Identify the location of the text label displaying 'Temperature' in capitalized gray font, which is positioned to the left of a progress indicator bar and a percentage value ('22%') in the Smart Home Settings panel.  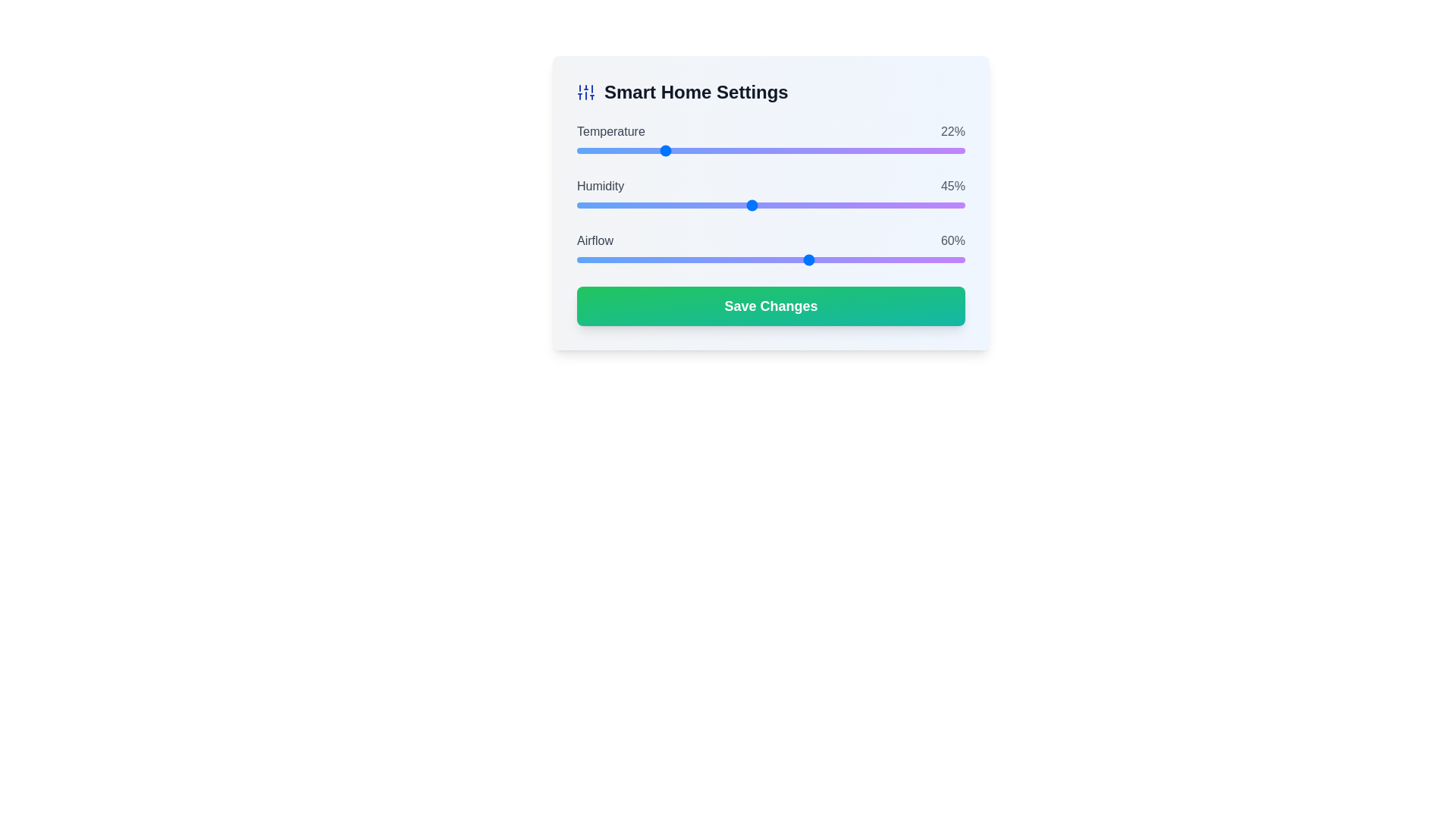
(610, 130).